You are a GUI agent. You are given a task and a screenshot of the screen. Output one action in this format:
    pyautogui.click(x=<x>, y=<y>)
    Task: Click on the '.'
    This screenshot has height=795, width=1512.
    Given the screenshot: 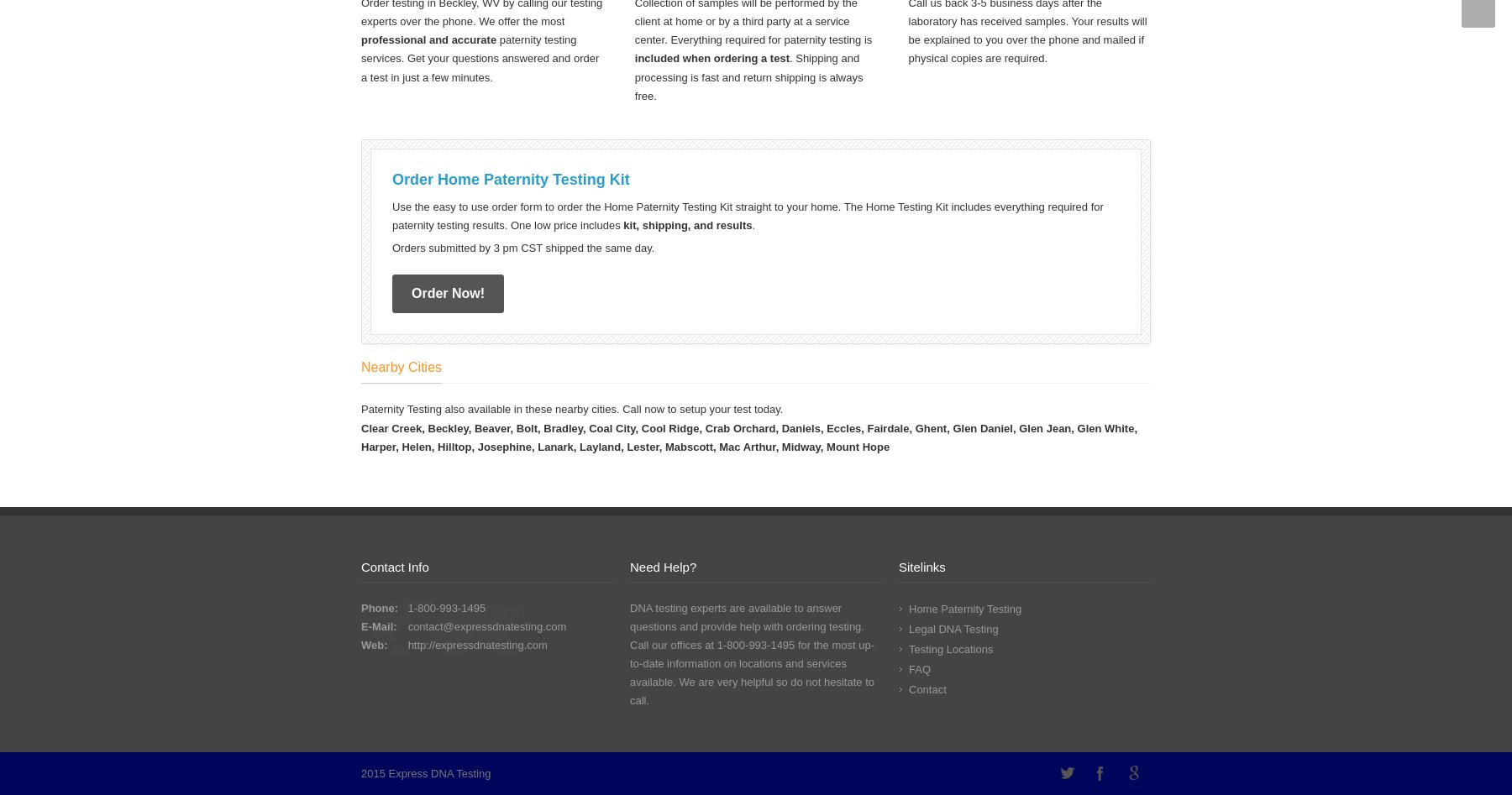 What is the action you would take?
    pyautogui.click(x=753, y=225)
    